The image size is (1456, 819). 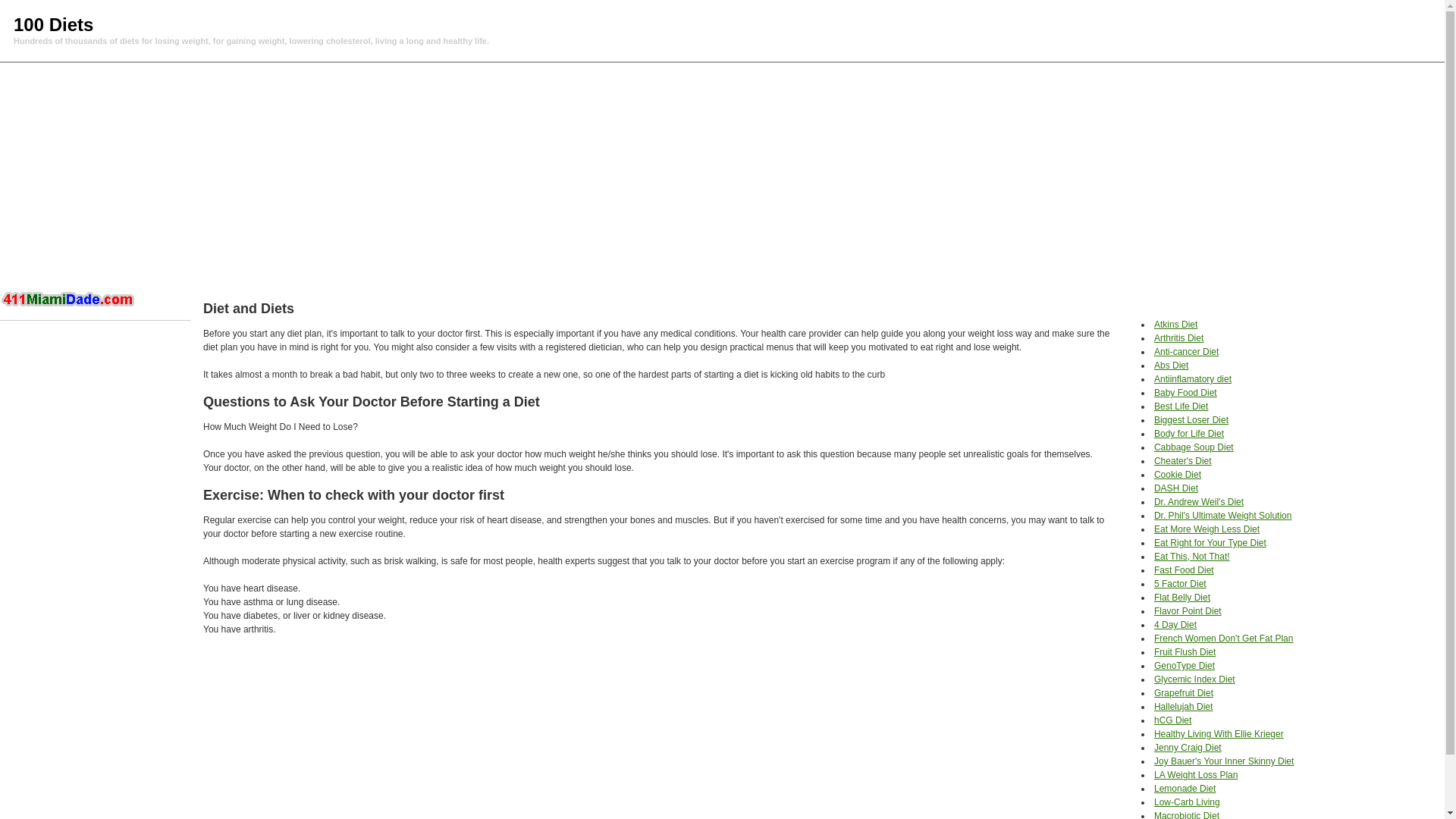 I want to click on 'Body for Life Diet', so click(x=1188, y=433).